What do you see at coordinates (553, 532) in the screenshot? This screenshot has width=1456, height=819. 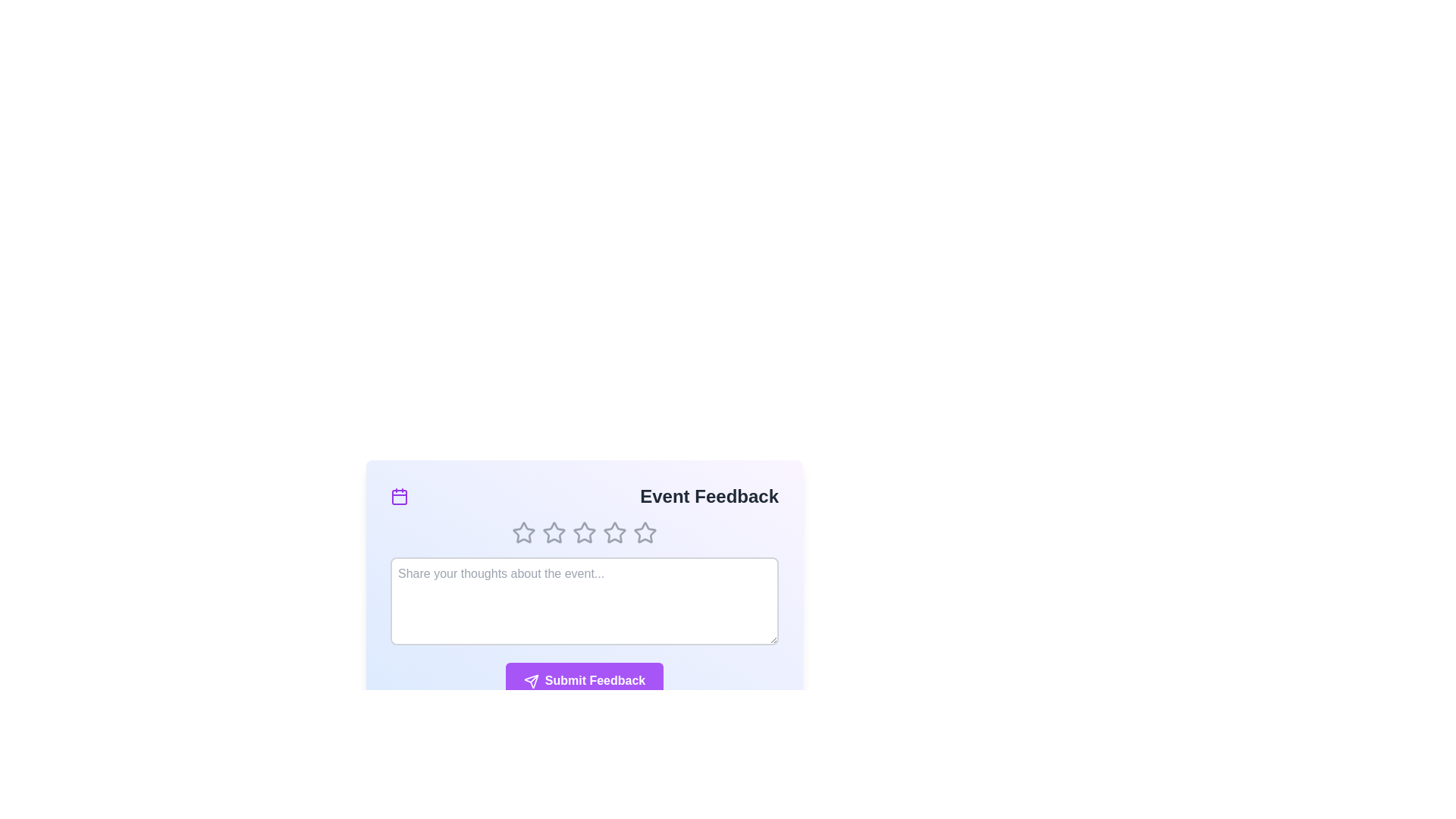 I see `the second star-shaped rating icon in the feedback form` at bounding box center [553, 532].